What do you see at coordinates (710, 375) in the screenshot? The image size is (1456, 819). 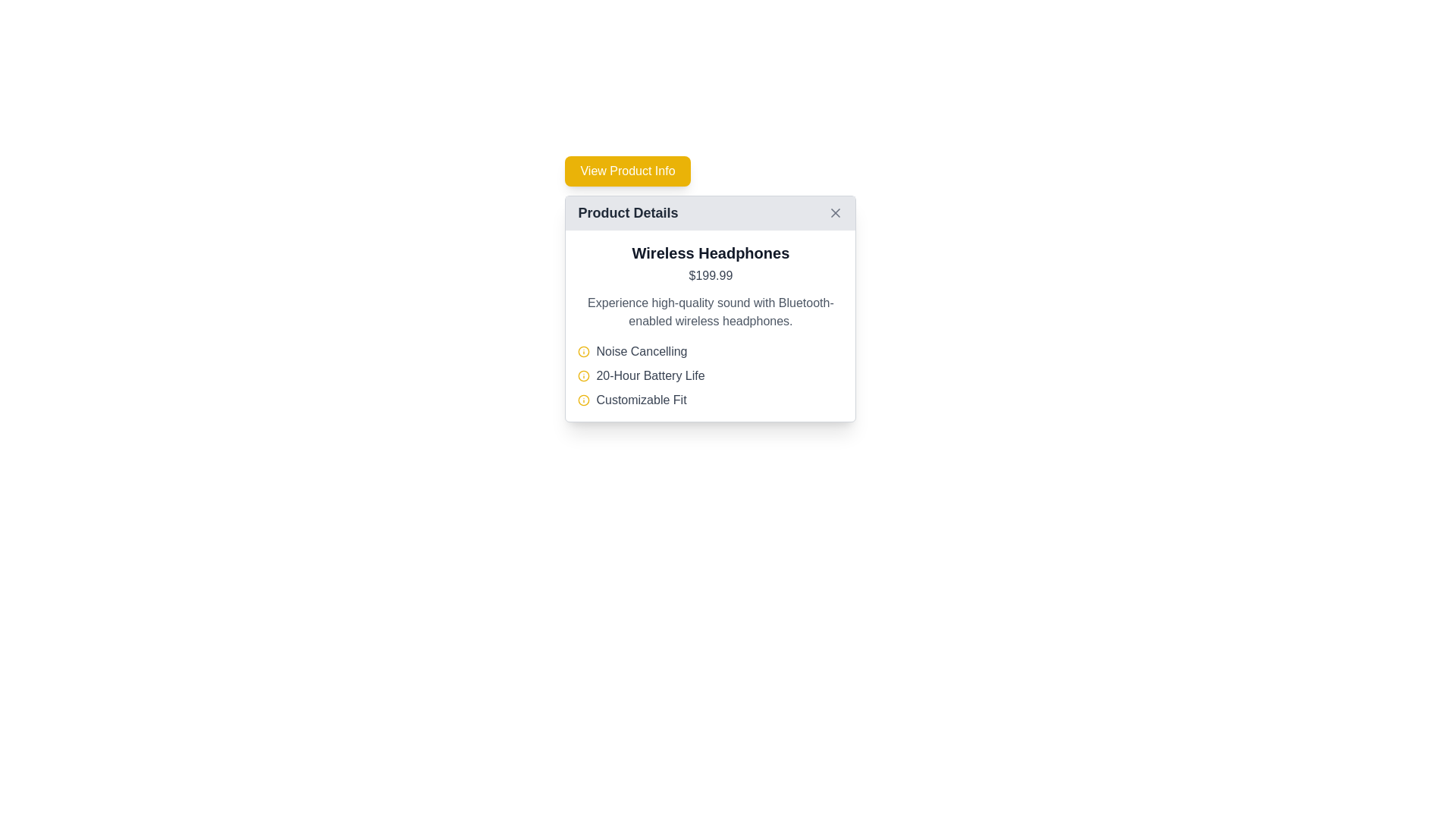 I see `listed features displayed in the product details panel for 'Wireless Headphones', located at the bottom of the panel with associated icons for each feature` at bounding box center [710, 375].